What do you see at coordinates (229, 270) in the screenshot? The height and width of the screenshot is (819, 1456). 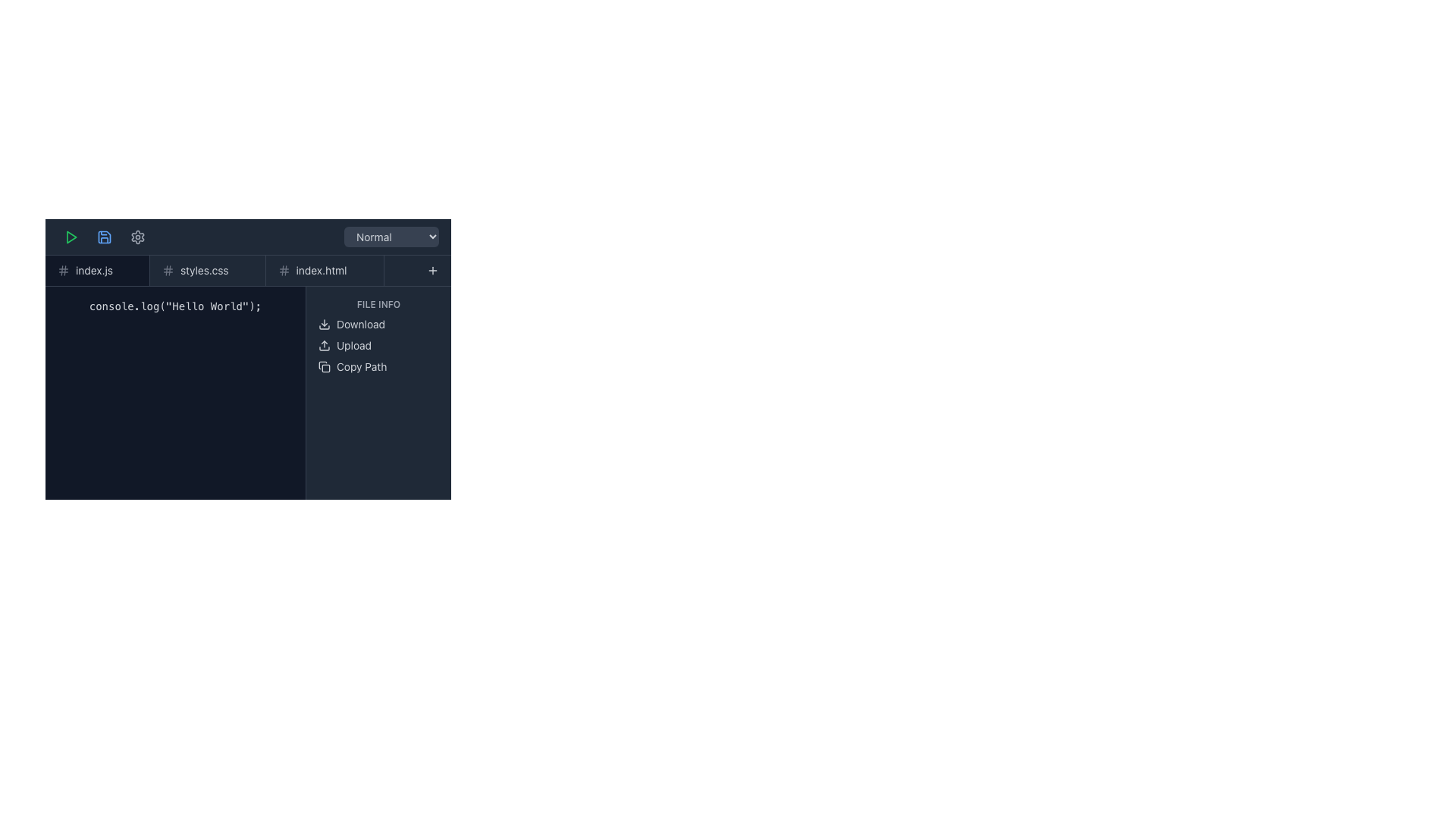 I see `the navigation tab labeled 'styles.css'` at bounding box center [229, 270].